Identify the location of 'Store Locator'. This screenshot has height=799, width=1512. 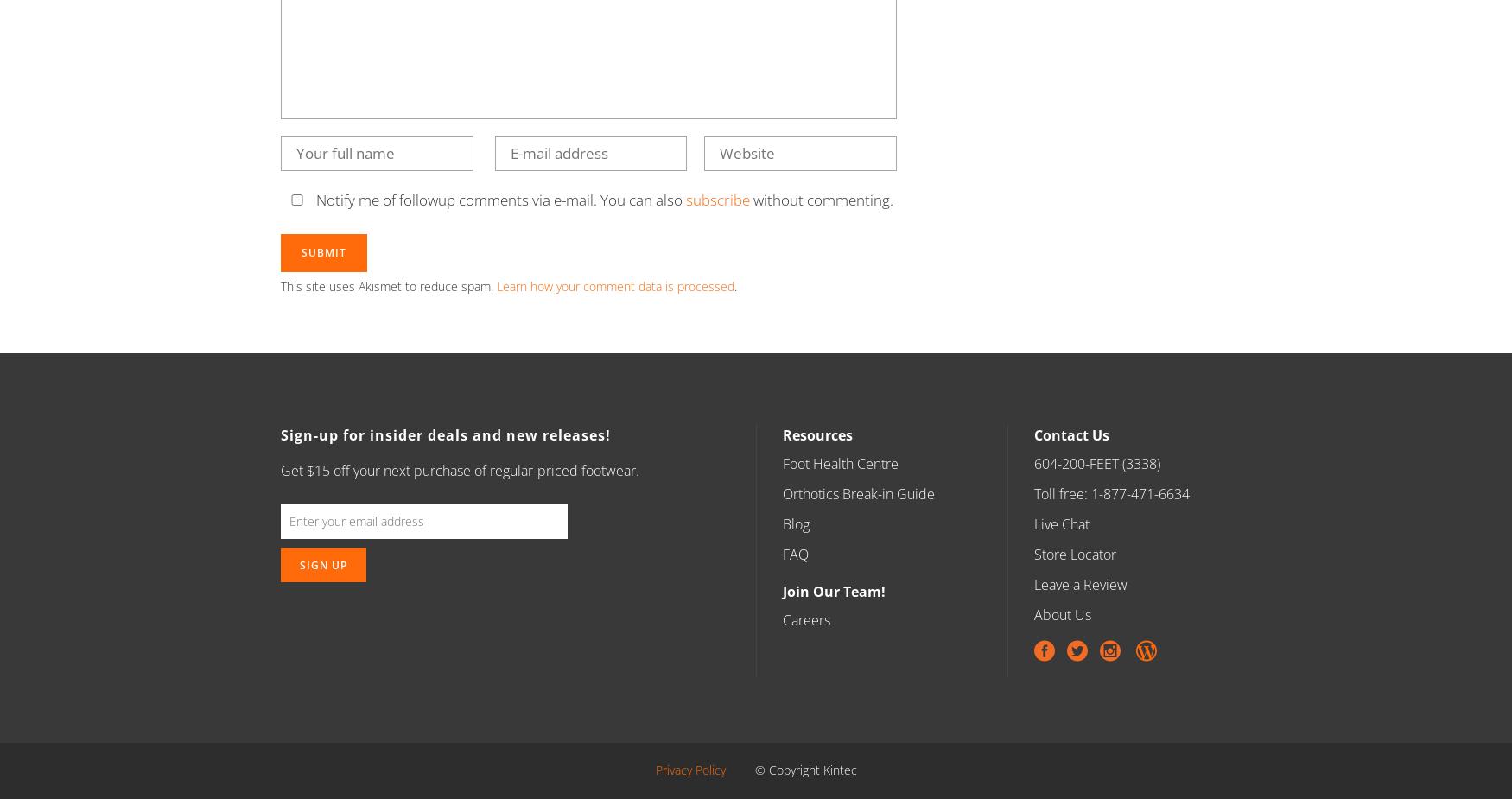
(1074, 554).